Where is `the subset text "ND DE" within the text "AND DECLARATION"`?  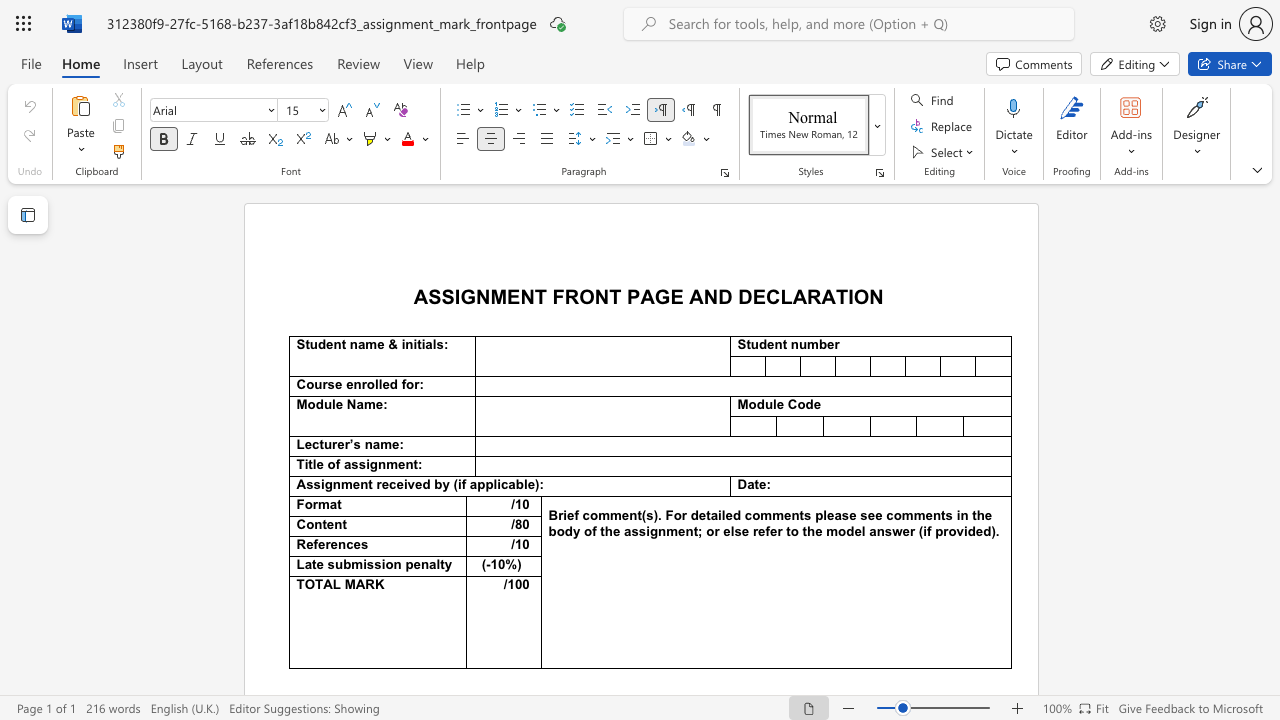
the subset text "ND DE" within the text "AND DECLARATION" is located at coordinates (703, 296).